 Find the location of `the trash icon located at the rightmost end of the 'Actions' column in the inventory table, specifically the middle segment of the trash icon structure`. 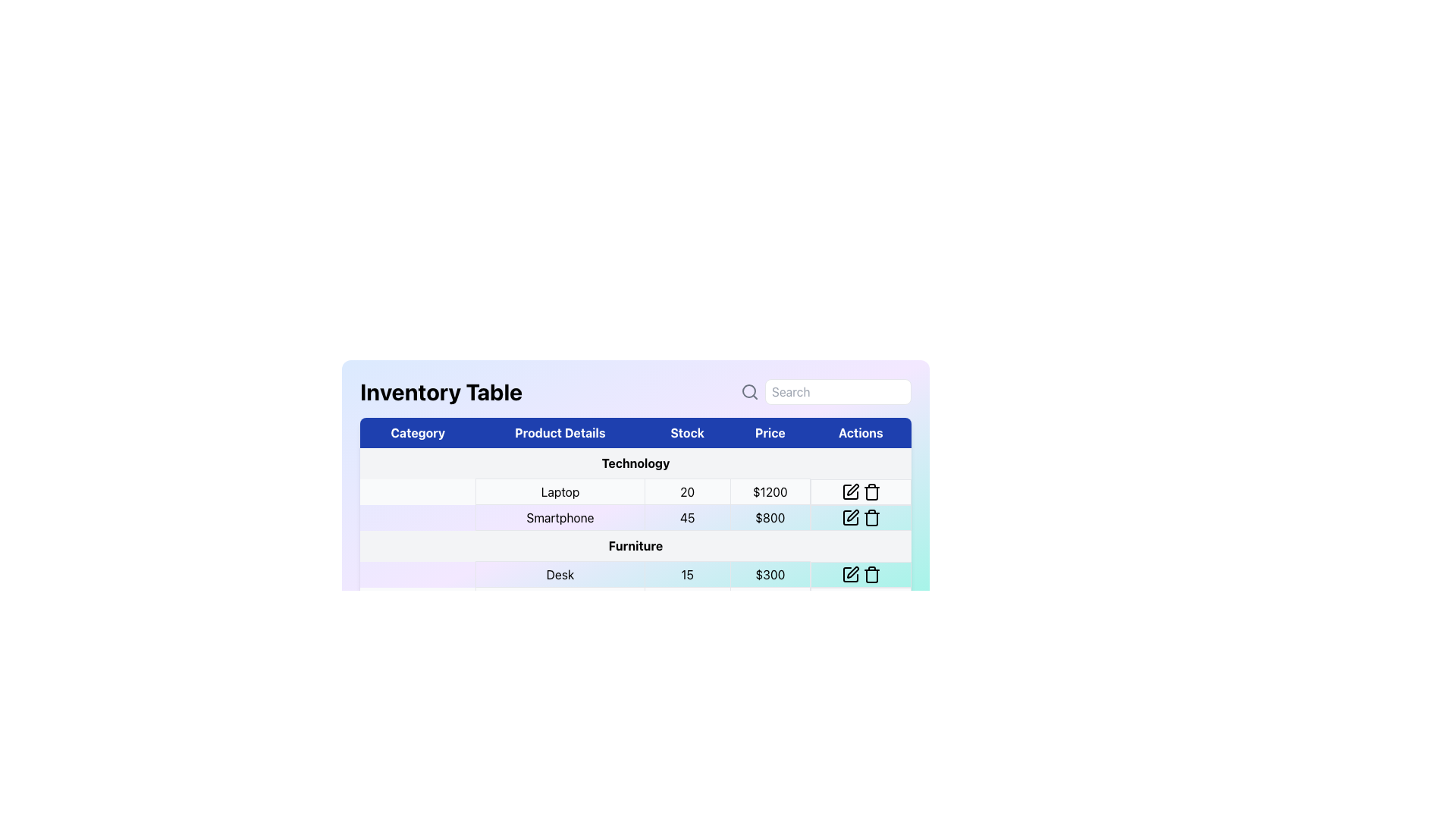

the trash icon located at the rightmost end of the 'Actions' column in the inventory table, specifically the middle segment of the trash icon structure is located at coordinates (871, 576).